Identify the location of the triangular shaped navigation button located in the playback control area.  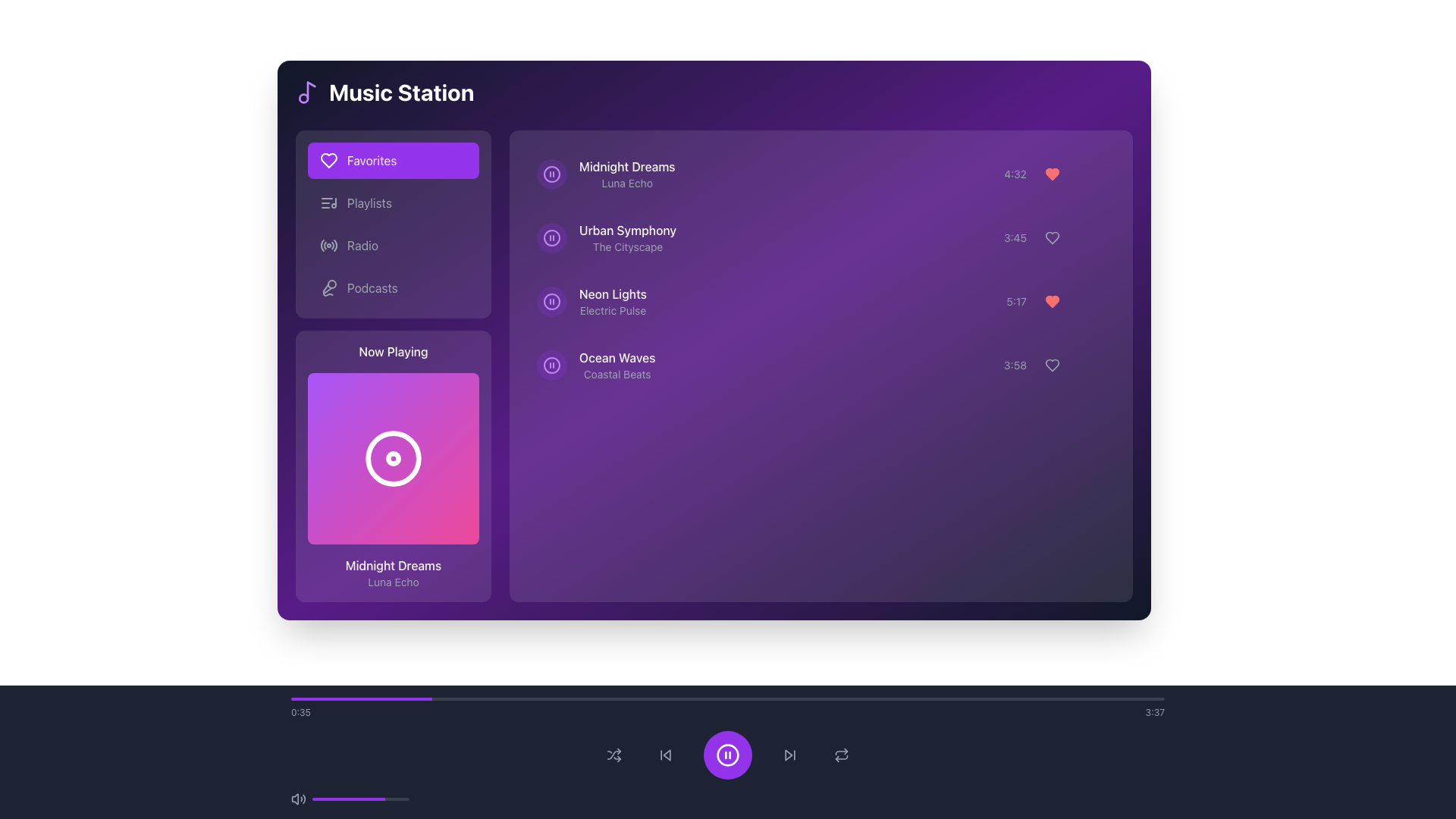
(667, 755).